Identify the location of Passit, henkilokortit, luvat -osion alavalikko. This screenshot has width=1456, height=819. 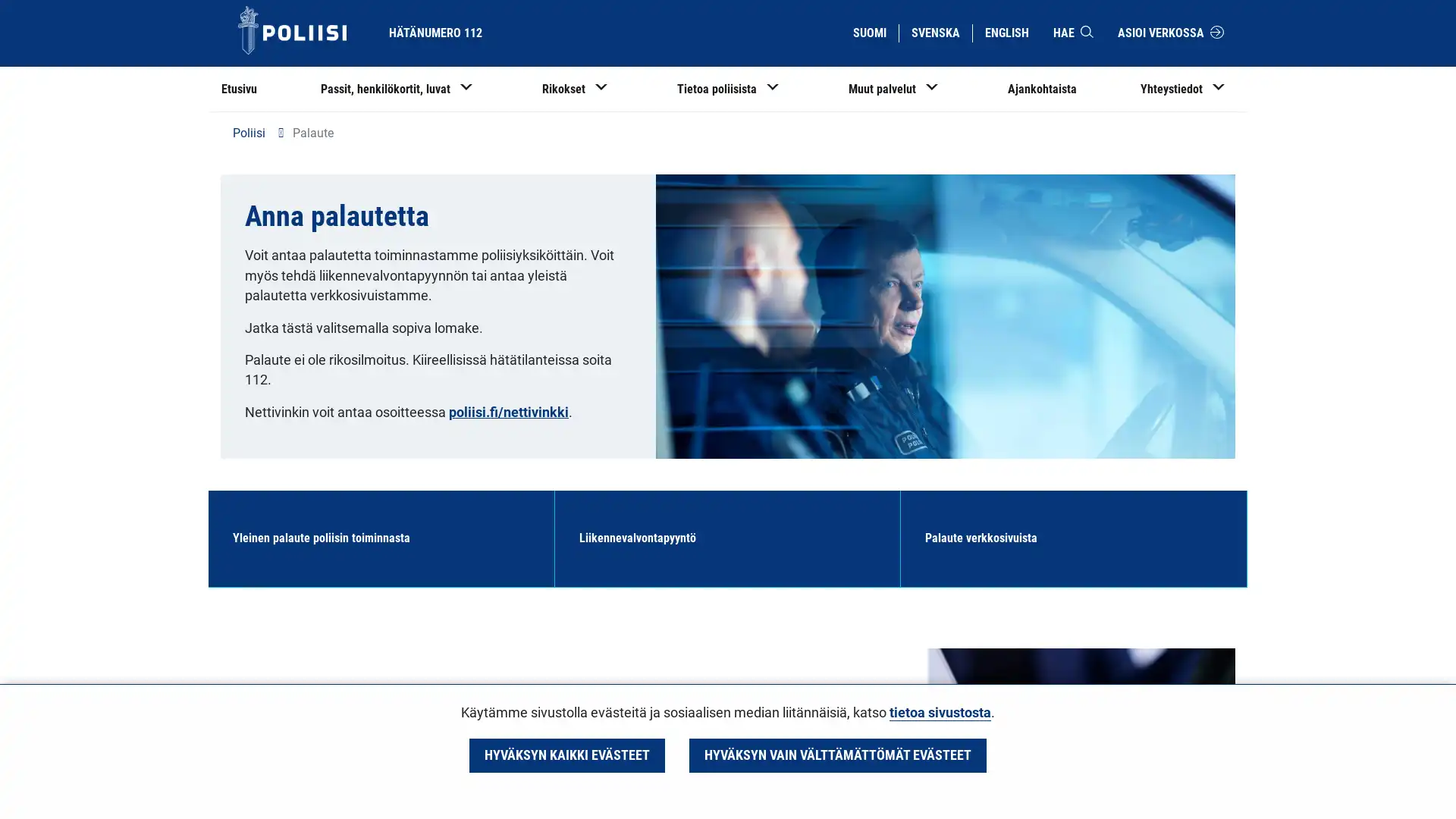
(476, 91).